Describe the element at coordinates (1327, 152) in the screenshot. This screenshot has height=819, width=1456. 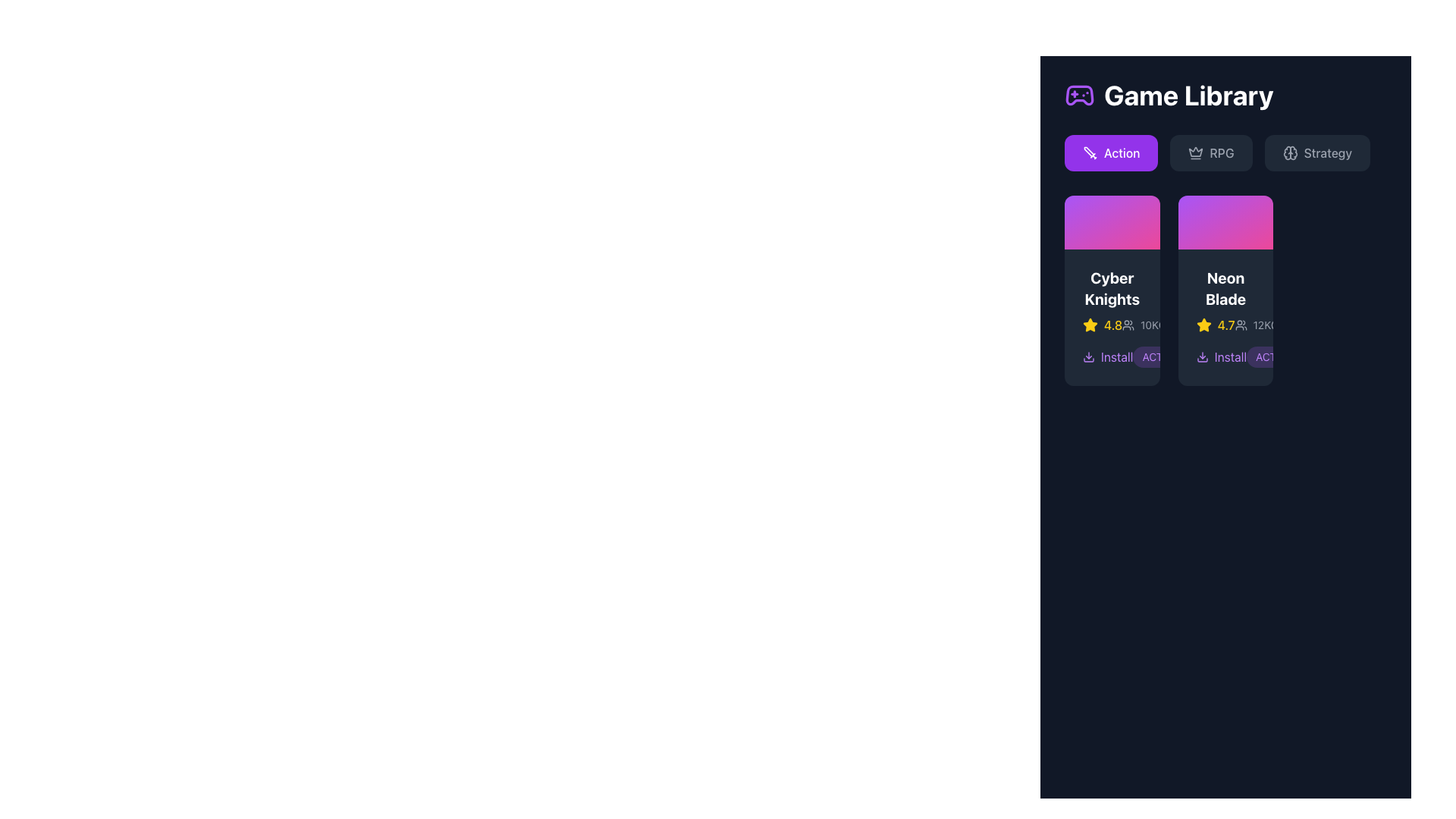
I see `the text label displaying 'Strategy' which is the third option in a horizontal row of selectable categories located at the top-right corner of the 'Game Library' section` at that location.